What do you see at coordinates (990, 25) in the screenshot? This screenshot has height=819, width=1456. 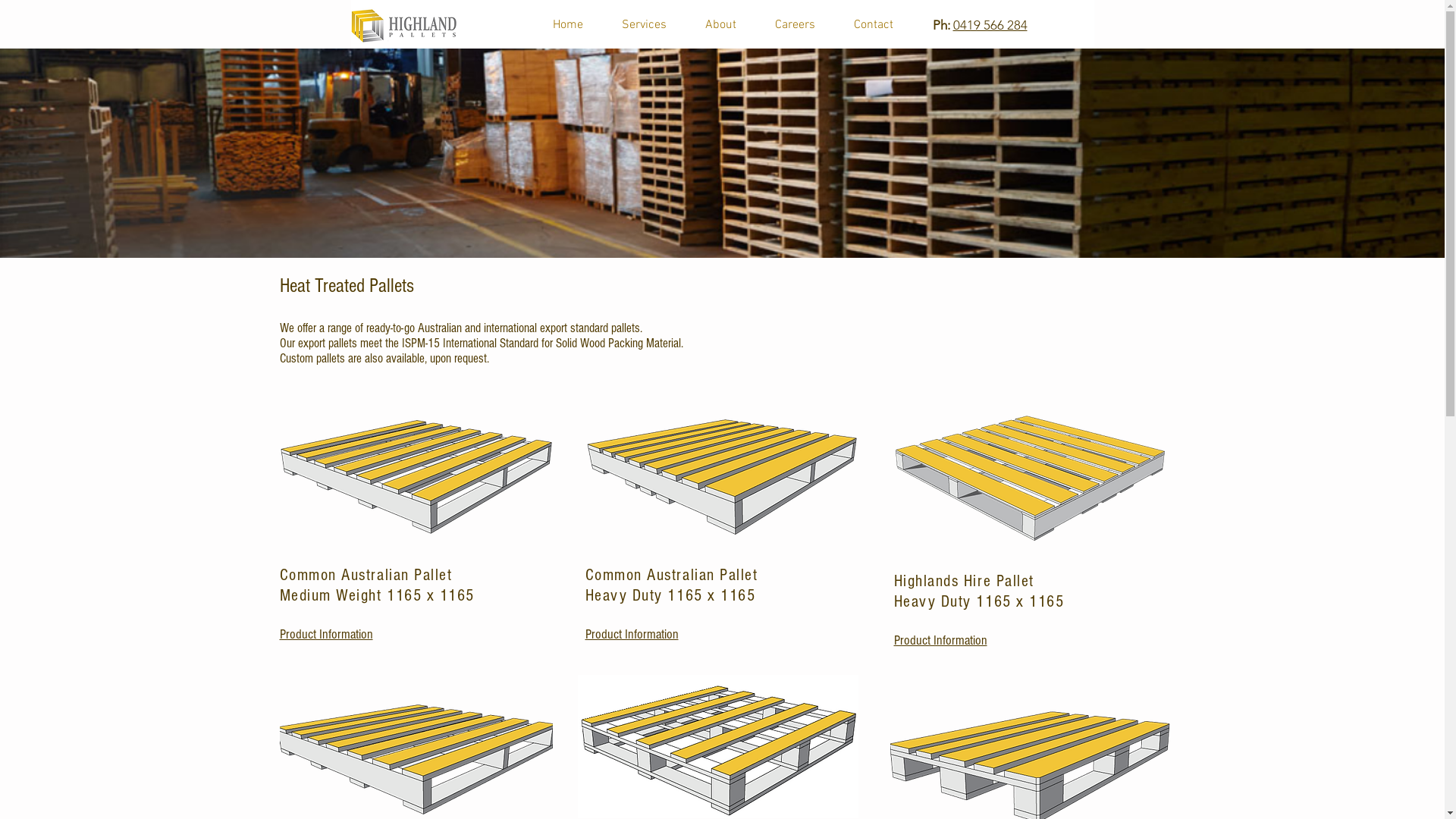 I see `'0419 566 284'` at bounding box center [990, 25].